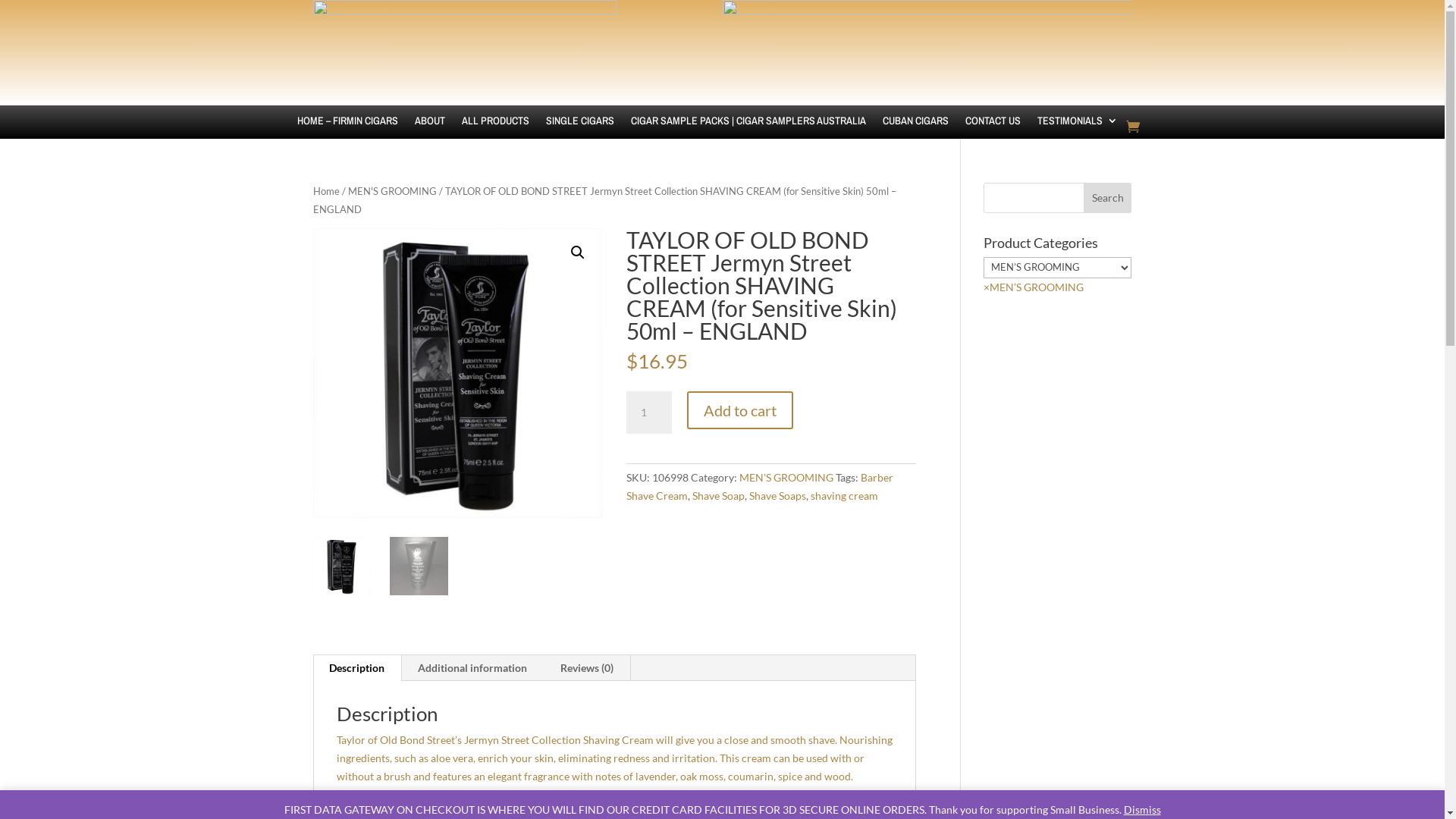 The height and width of the screenshot is (819, 1456). What do you see at coordinates (1124, 808) in the screenshot?
I see `'Dismiss'` at bounding box center [1124, 808].